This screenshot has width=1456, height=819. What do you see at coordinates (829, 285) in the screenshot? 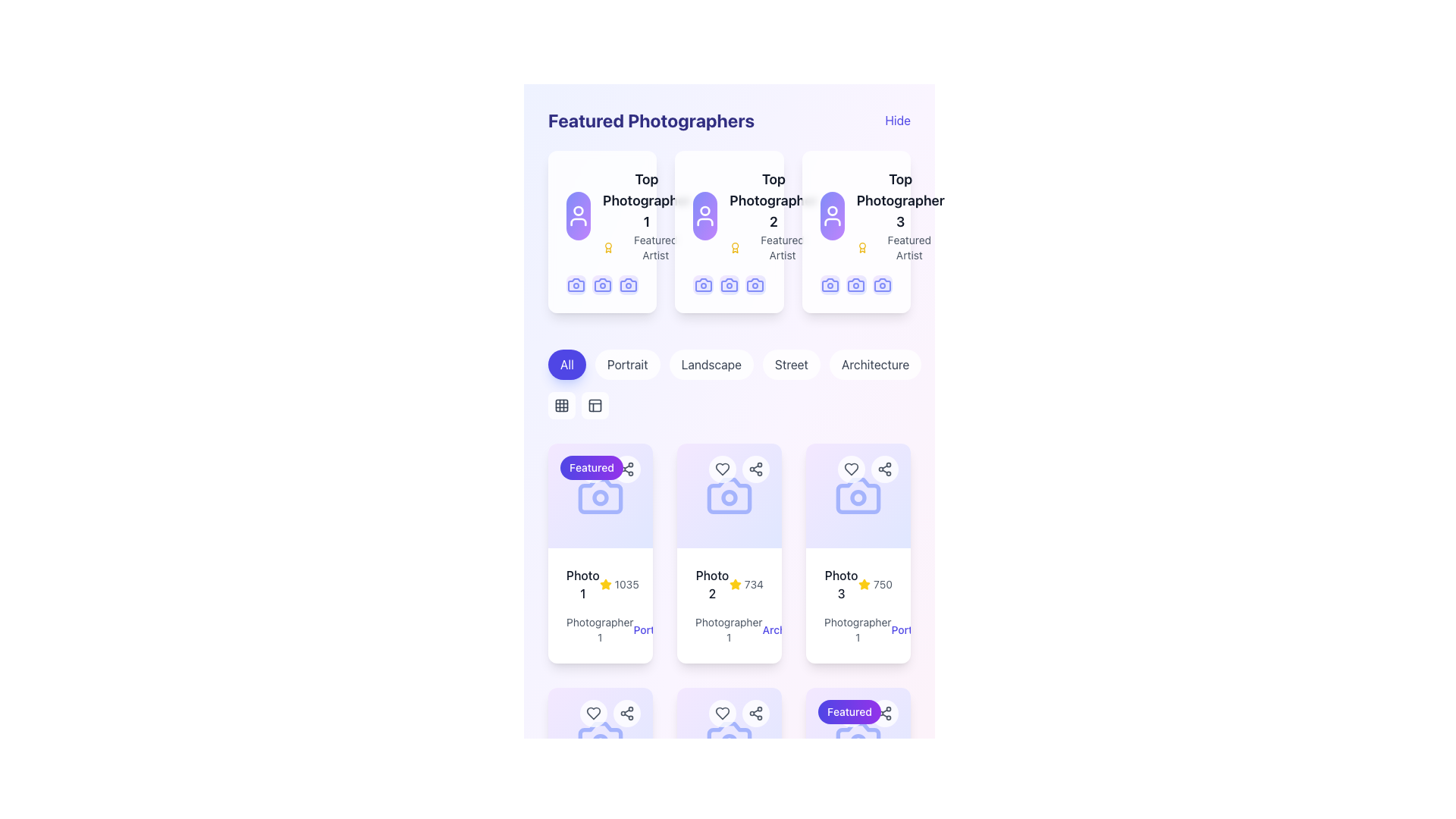
I see `the photography icon located in the first position of the icon group under 'Top Photographer 3' in the 'Featured Photographers' section` at bounding box center [829, 285].